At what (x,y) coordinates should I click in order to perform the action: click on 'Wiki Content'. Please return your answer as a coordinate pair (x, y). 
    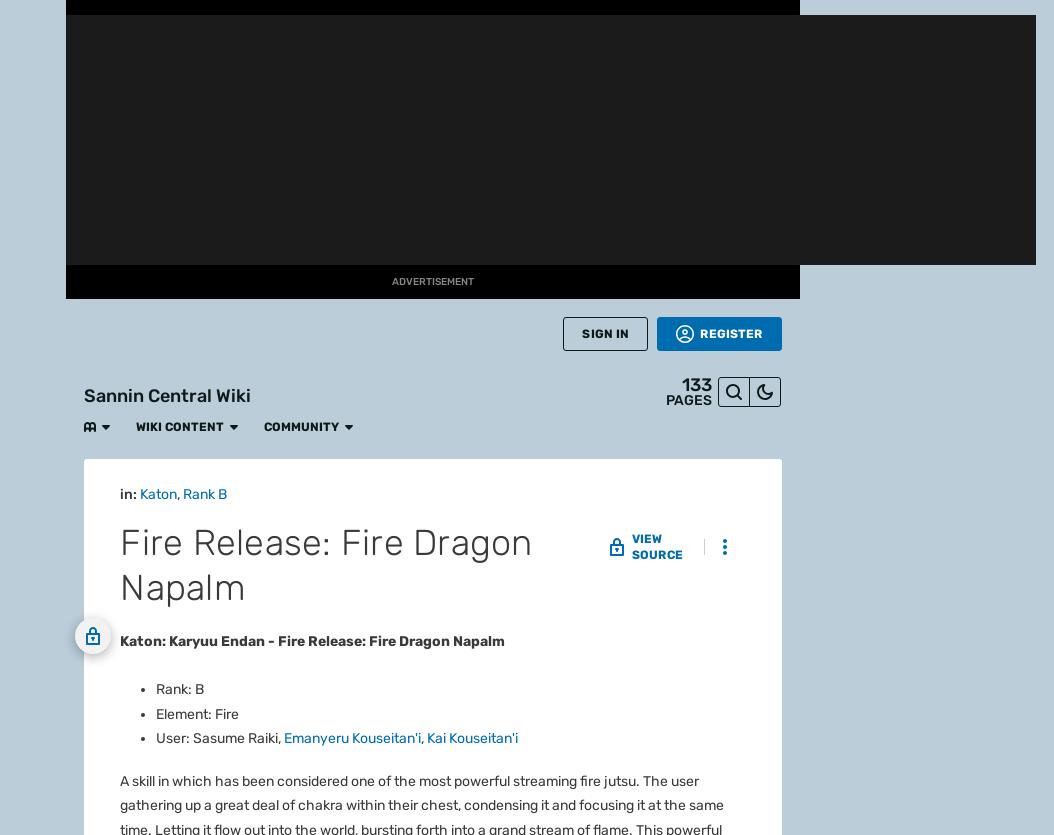
    Looking at the image, I should click on (163, 21).